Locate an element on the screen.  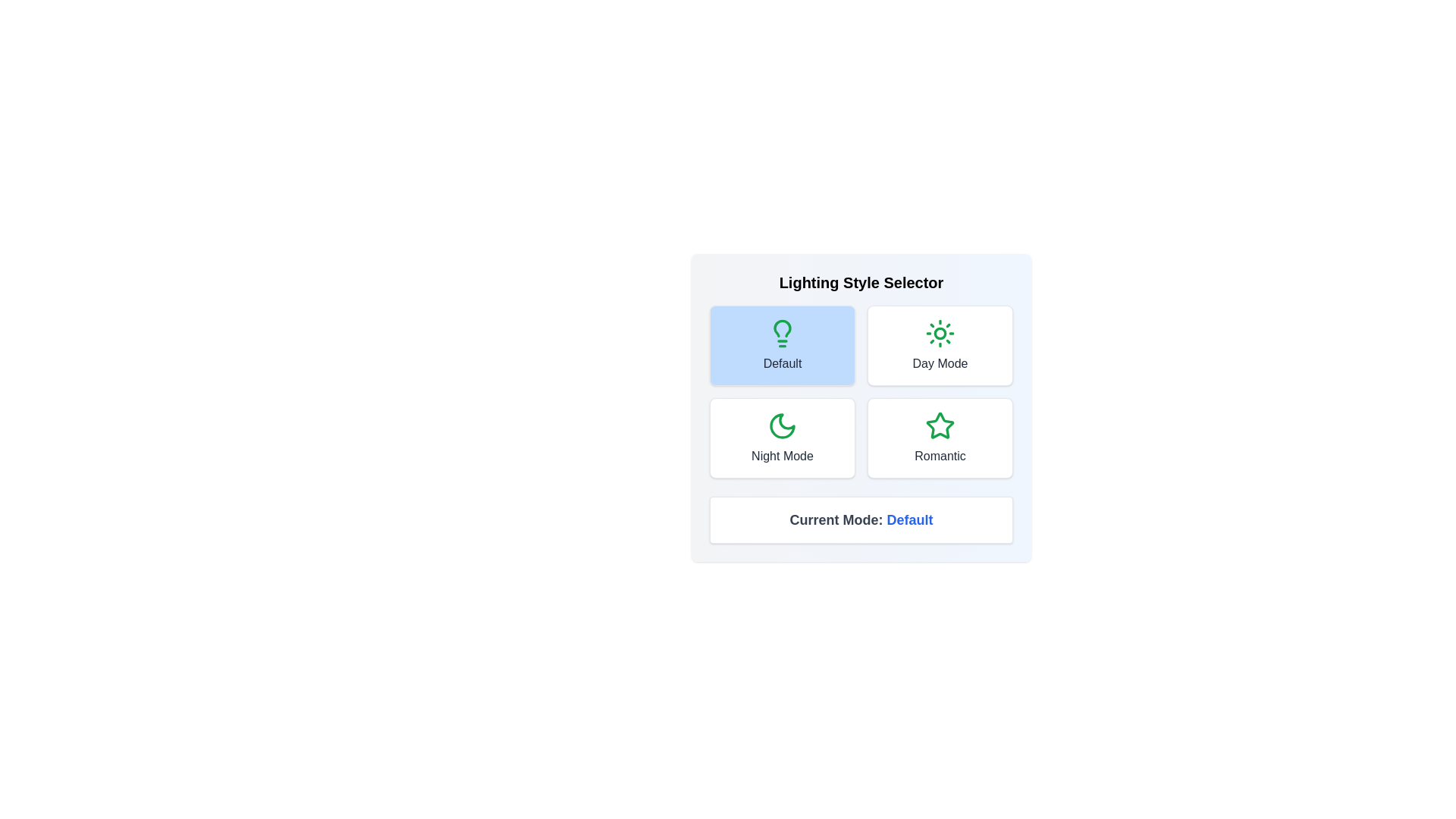
the button corresponding to the lighting mode Day Mode is located at coordinates (939, 345).